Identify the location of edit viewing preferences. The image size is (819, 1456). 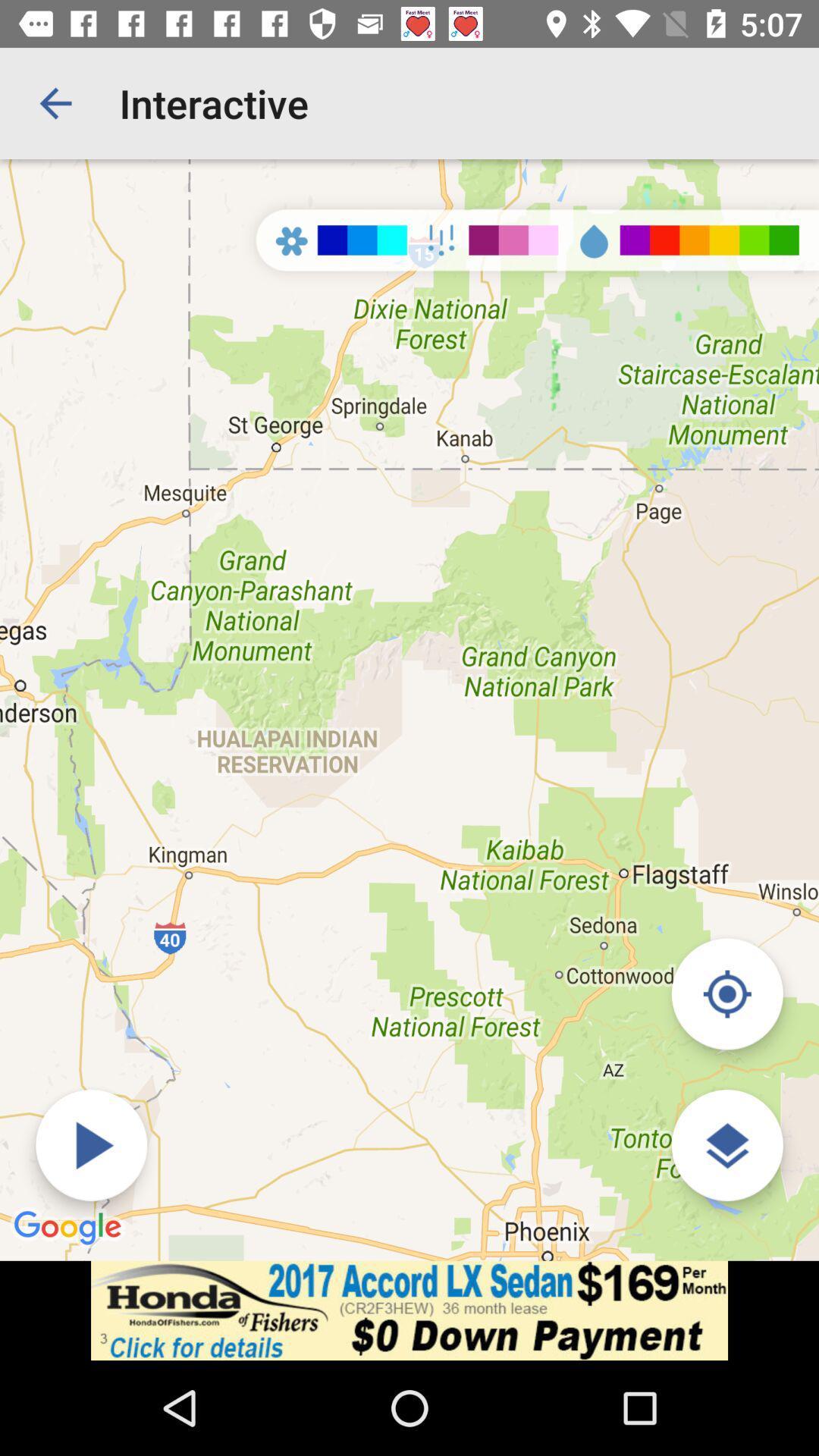
(726, 1145).